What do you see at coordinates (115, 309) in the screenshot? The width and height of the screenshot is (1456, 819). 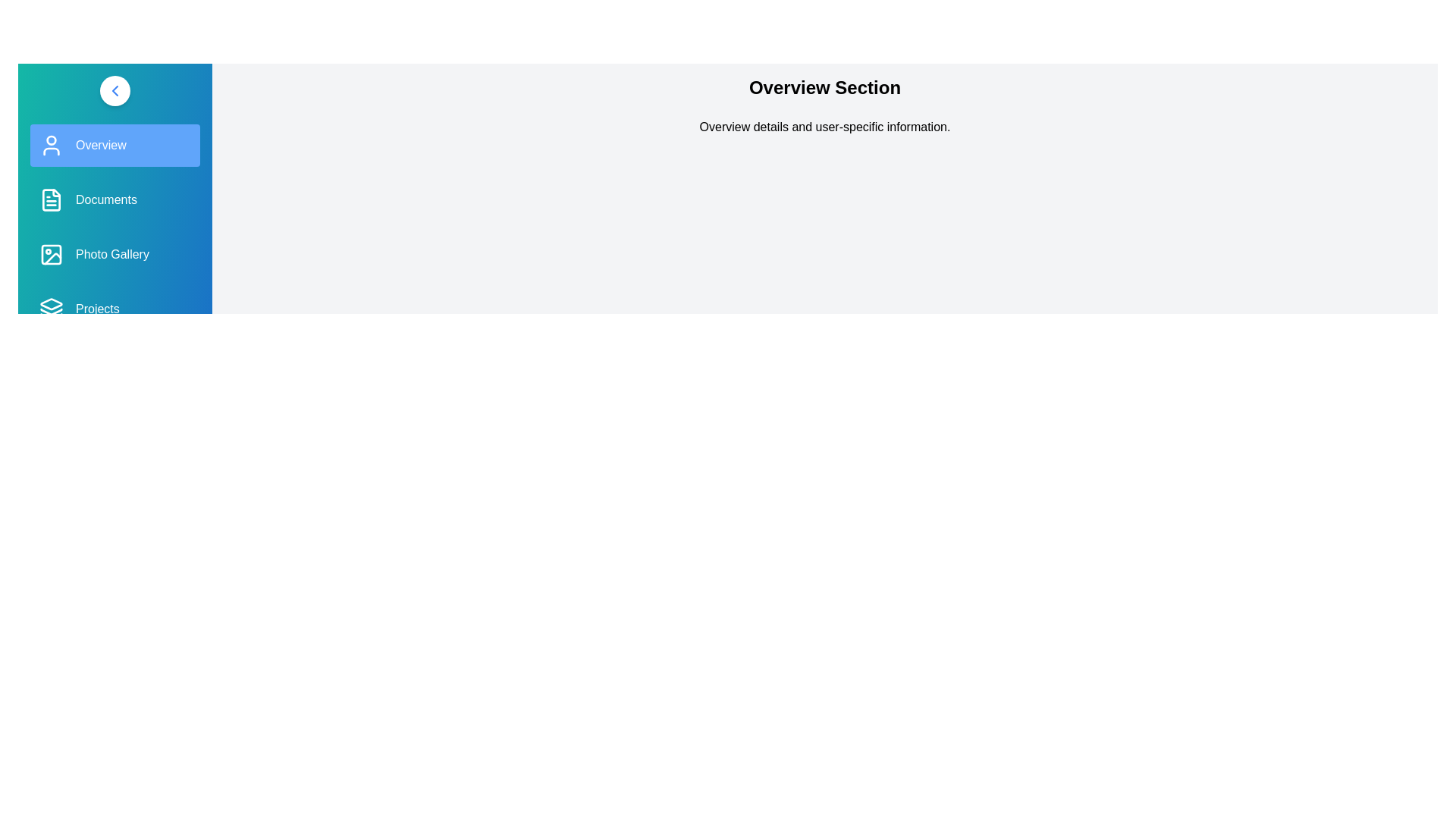 I see `the navigation item Projects from the list` at bounding box center [115, 309].